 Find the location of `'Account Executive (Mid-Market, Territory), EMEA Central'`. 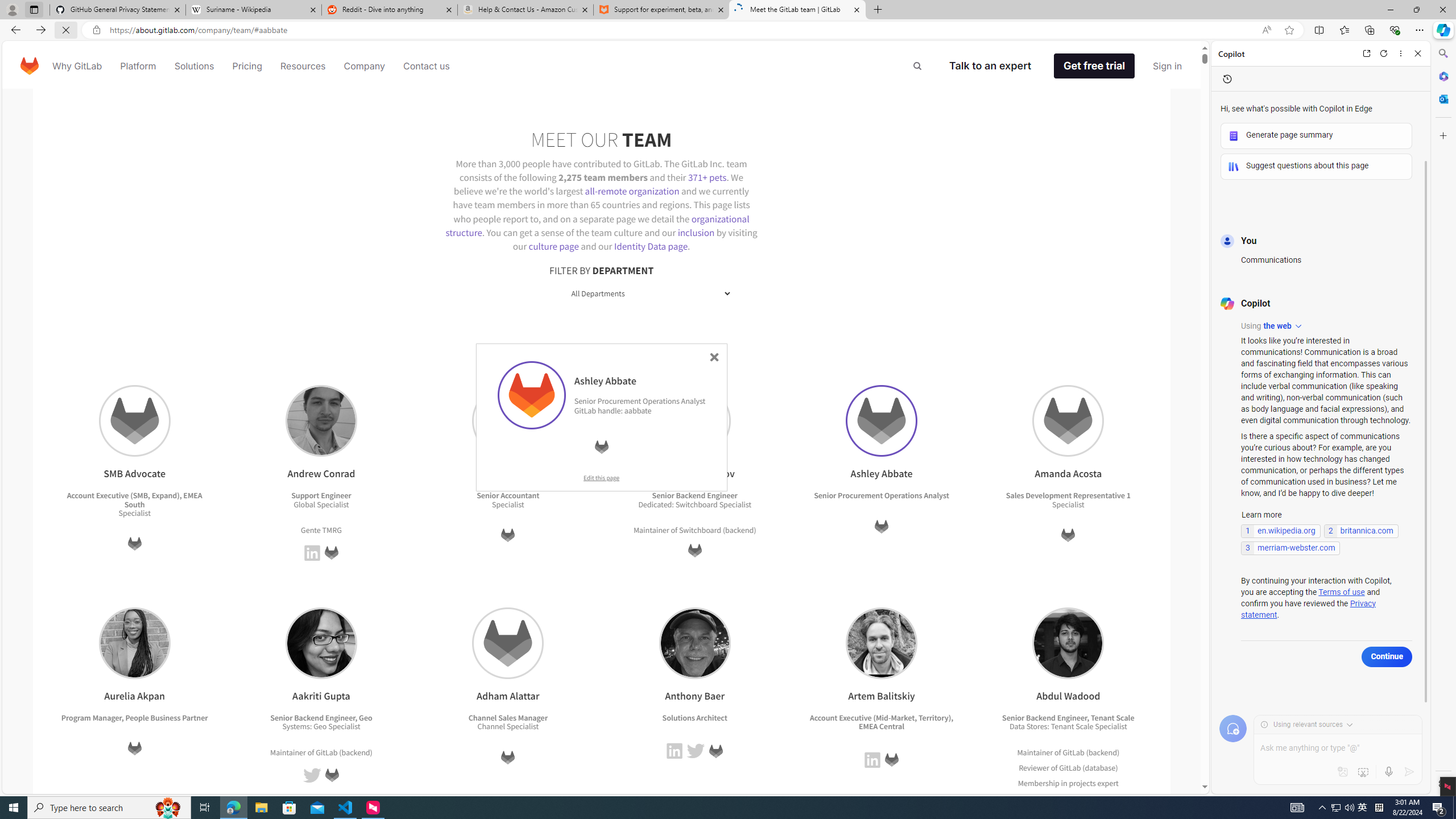

'Account Executive (Mid-Market, Territory), EMEA Central' is located at coordinates (881, 721).